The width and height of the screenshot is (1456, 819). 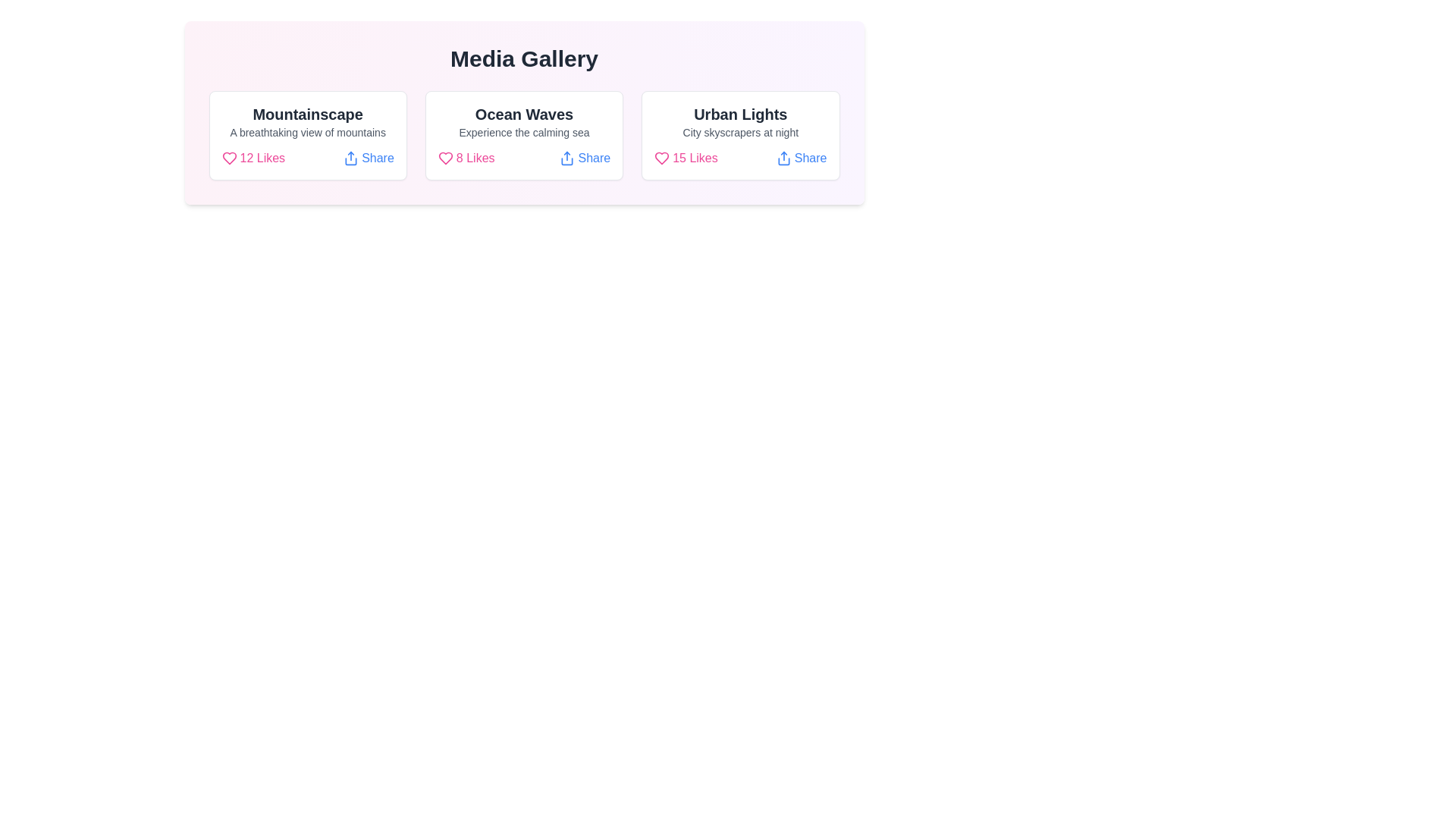 I want to click on the 'Share' button for the item titled 'Mountainscape', so click(x=369, y=158).